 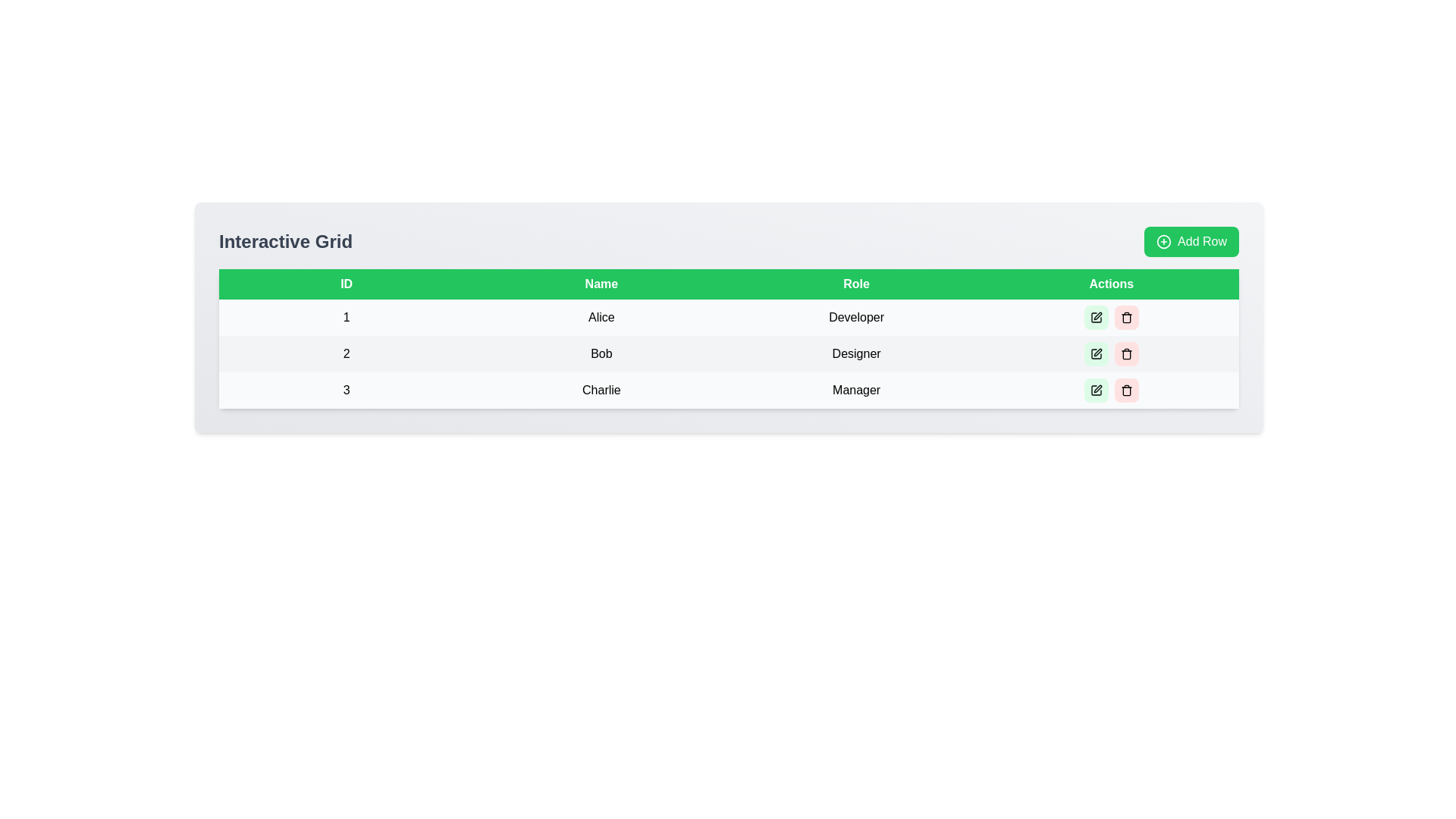 I want to click on the edit action icon located in the 'Actions' column of the table for the row corresponding to 'Alice - Developer', so click(x=1097, y=315).